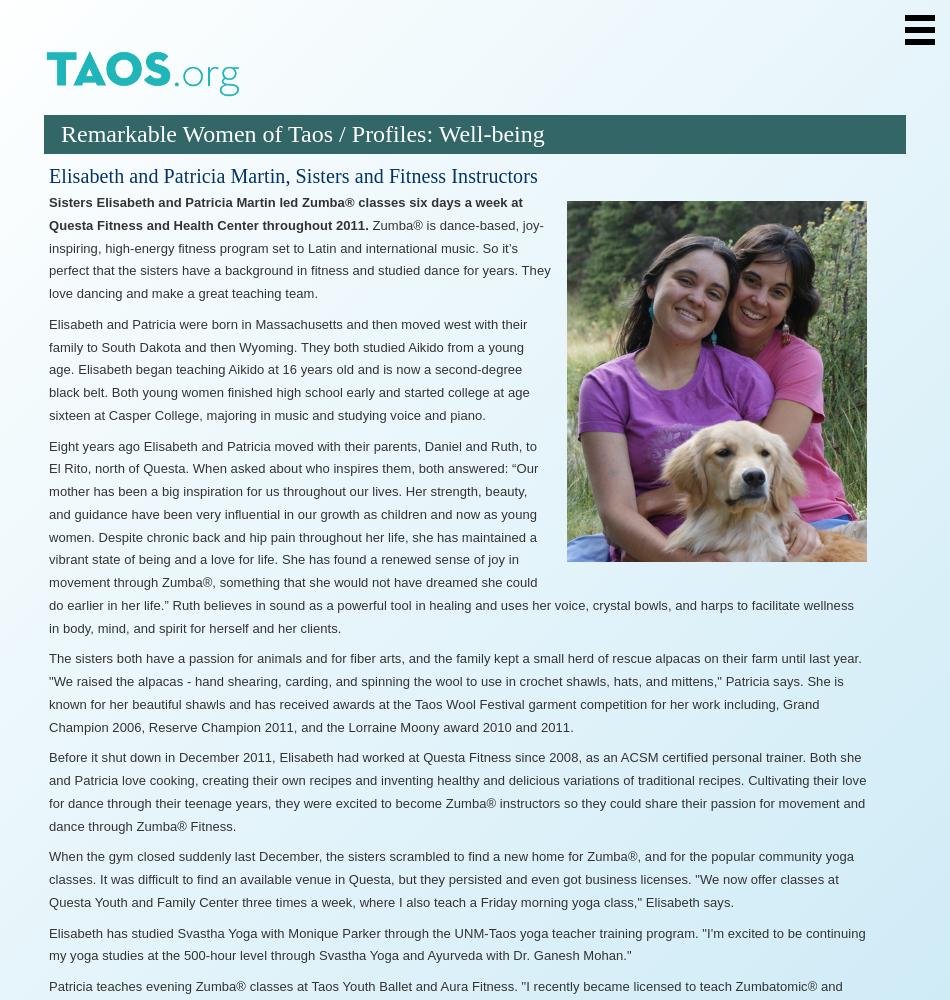 The image size is (950, 1000). What do you see at coordinates (172, 285) in the screenshot?
I see `'Community Profiles'` at bounding box center [172, 285].